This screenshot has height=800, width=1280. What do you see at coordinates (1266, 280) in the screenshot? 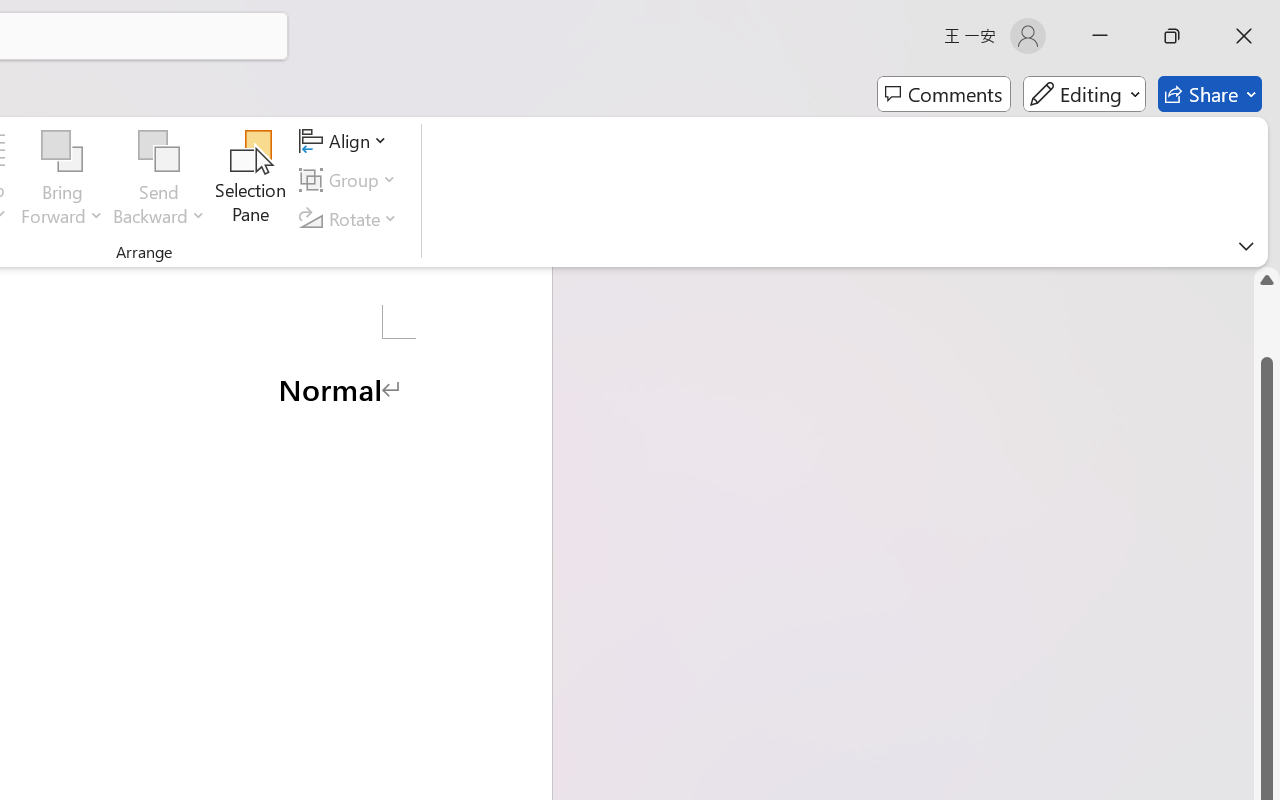
I see `'Line up'` at bounding box center [1266, 280].